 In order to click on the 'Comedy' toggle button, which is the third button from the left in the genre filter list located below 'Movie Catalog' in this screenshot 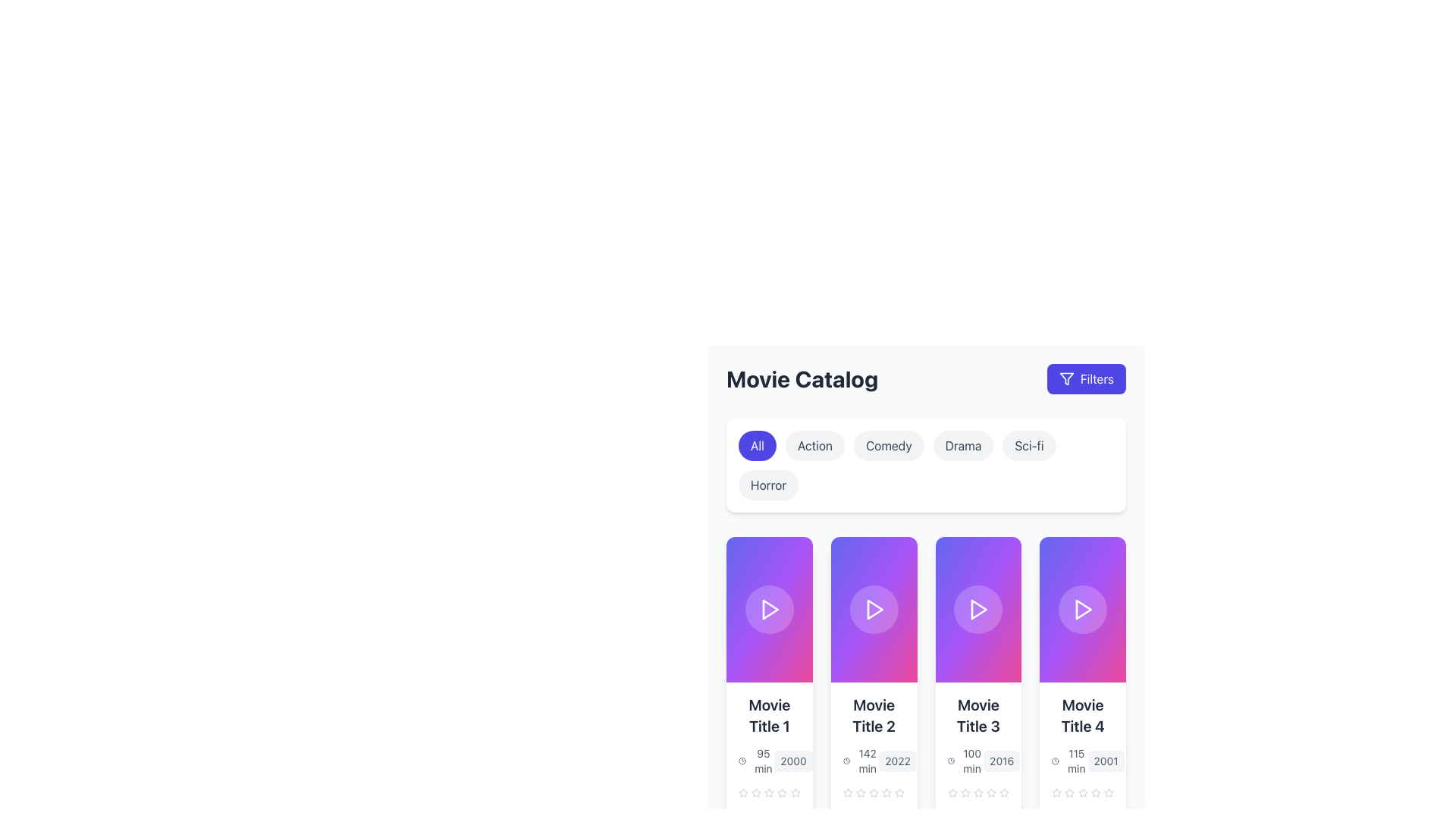, I will do `click(889, 444)`.